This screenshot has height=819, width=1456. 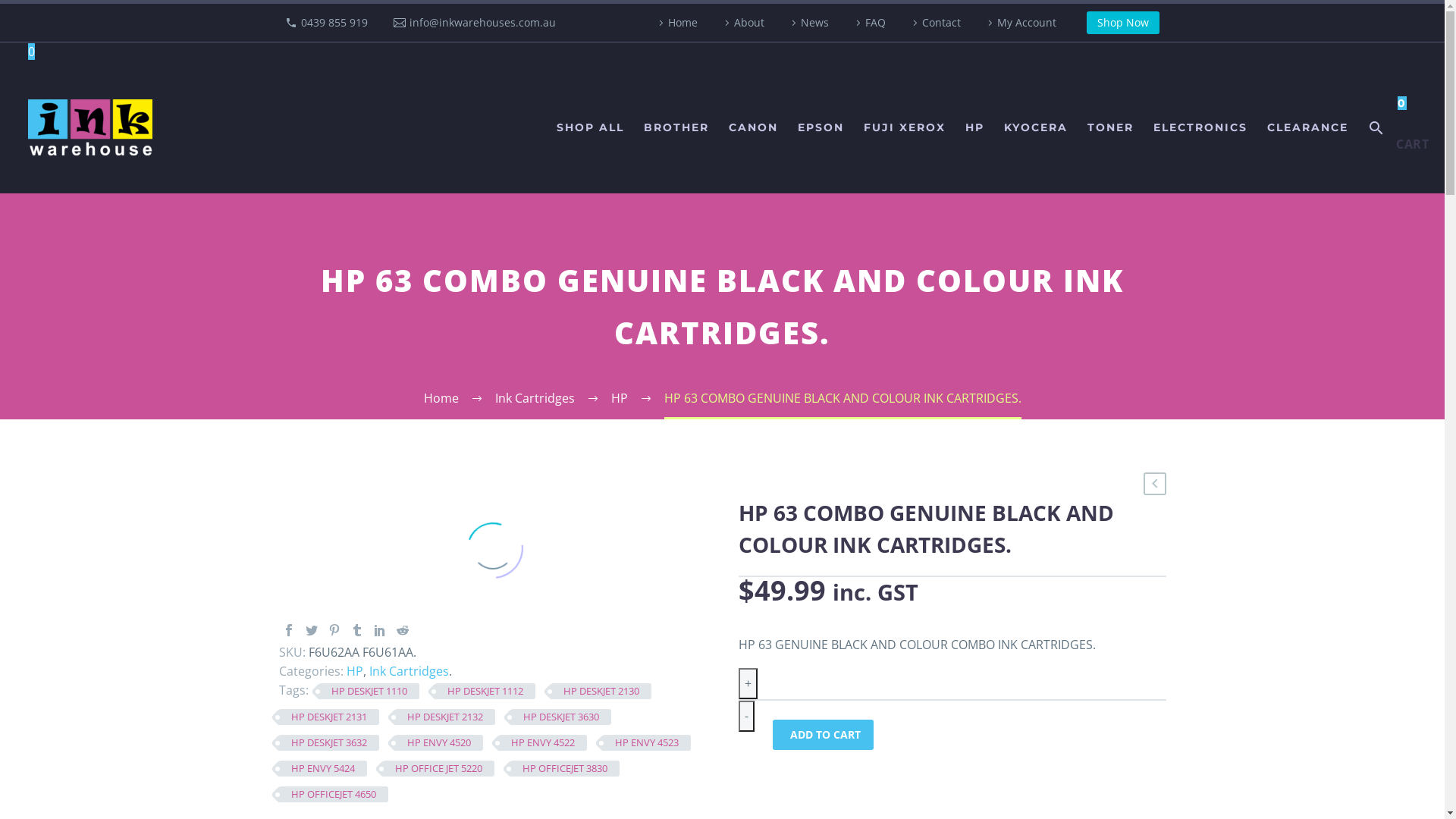 I want to click on 'Home', so click(x=675, y=23).